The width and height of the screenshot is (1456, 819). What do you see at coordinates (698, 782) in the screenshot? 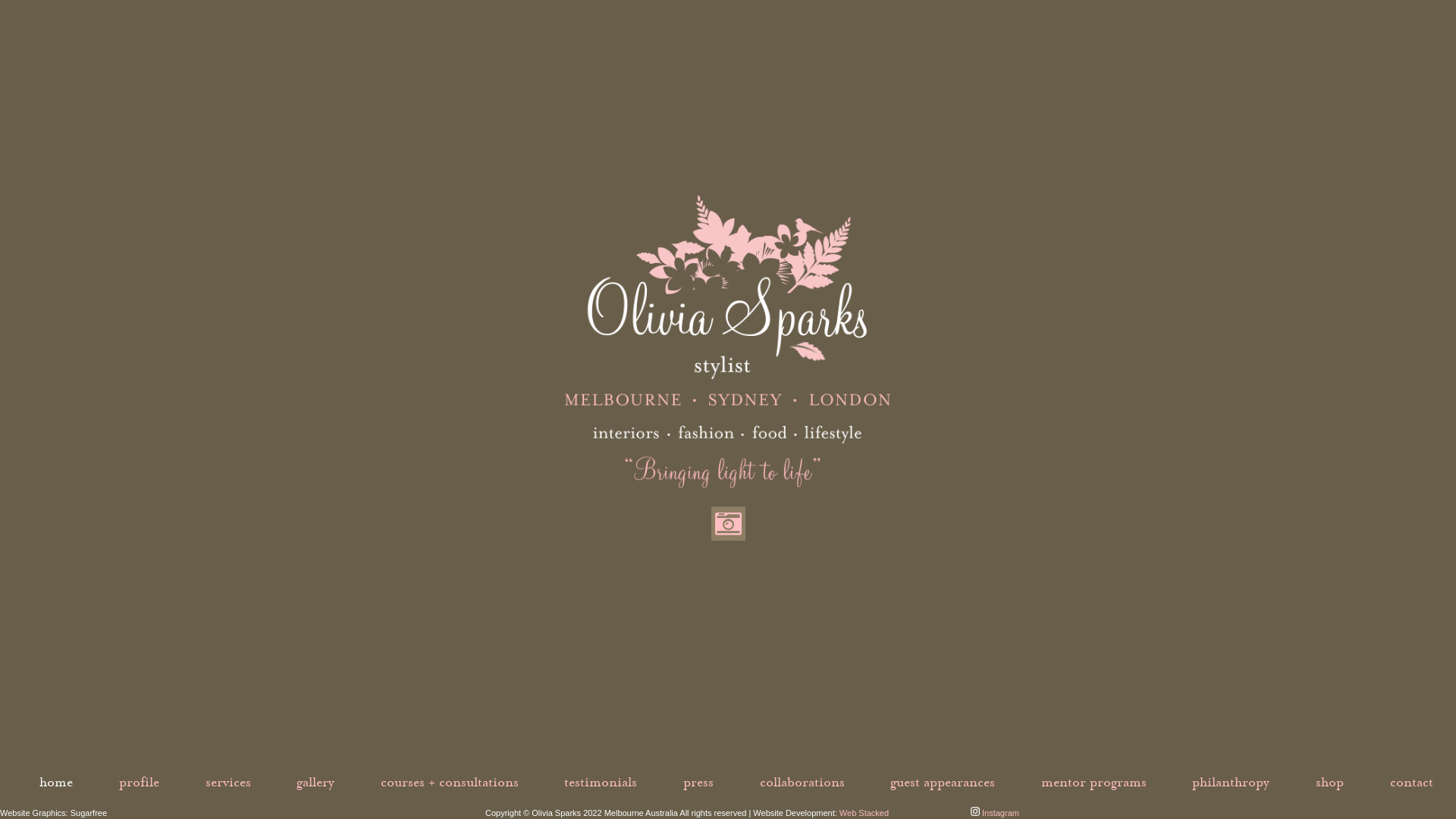
I see `'press'` at bounding box center [698, 782].